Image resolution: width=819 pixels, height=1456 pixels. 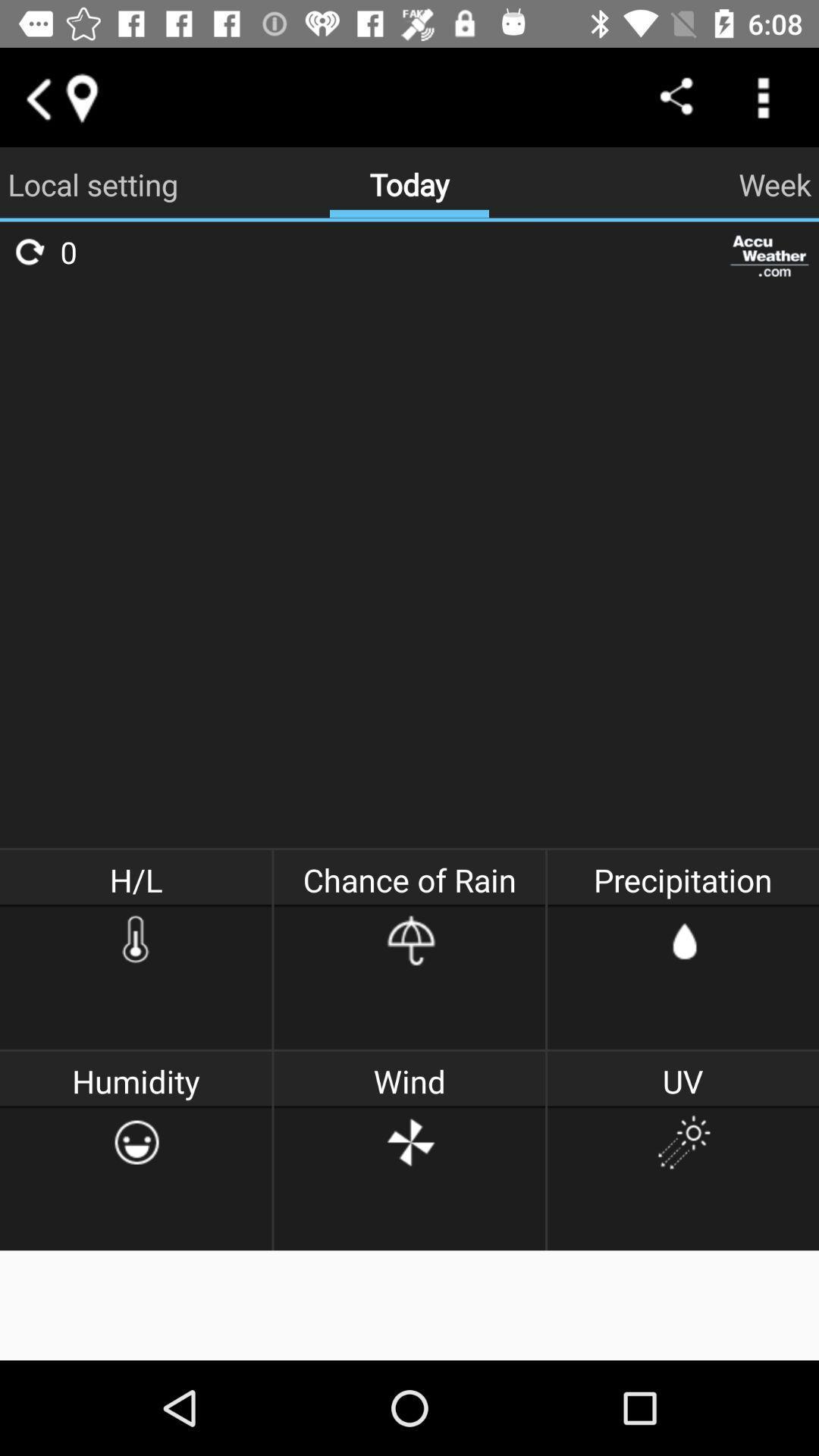 What do you see at coordinates (36, 96) in the screenshot?
I see `back button` at bounding box center [36, 96].